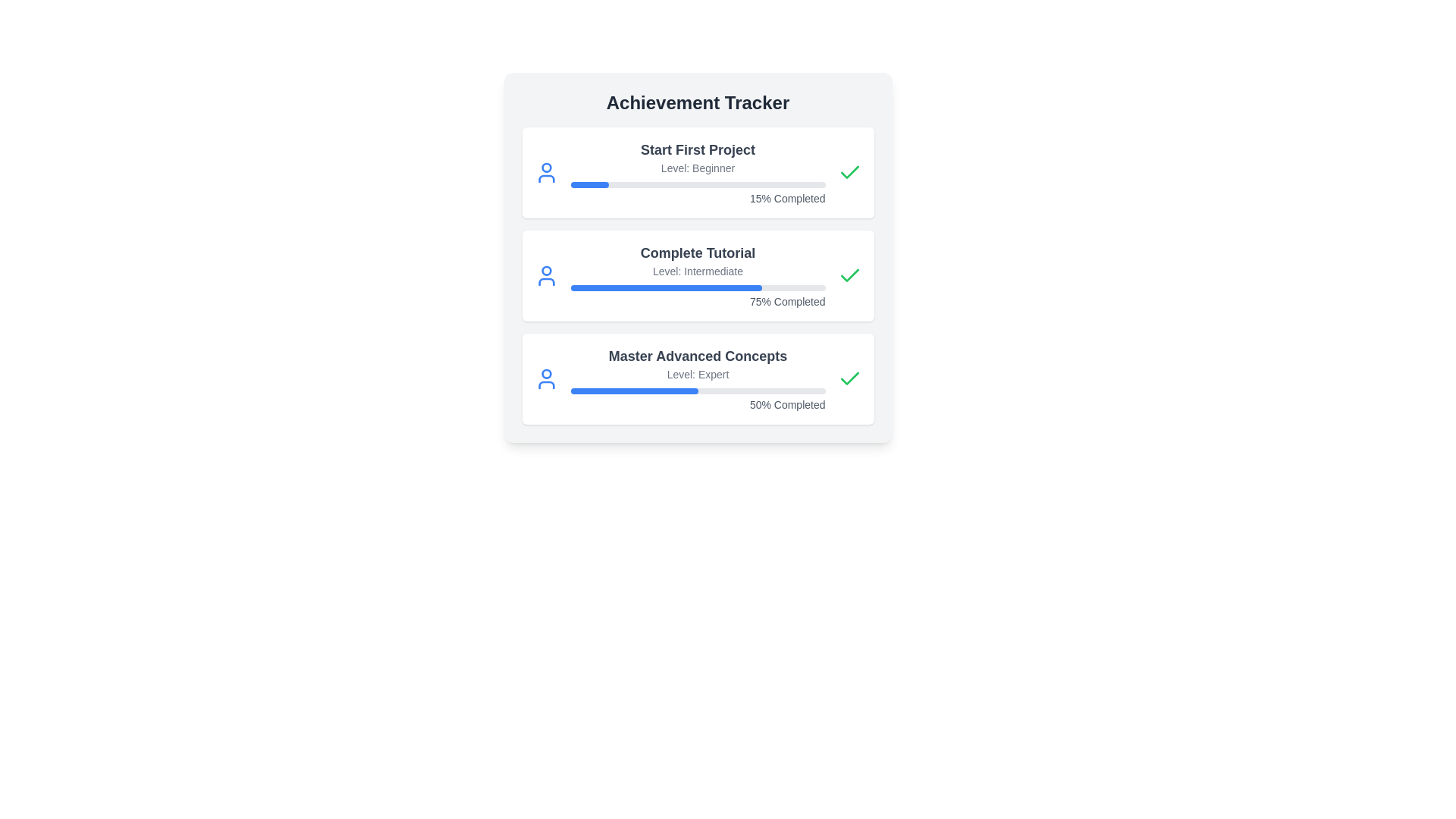 The height and width of the screenshot is (819, 1456). What do you see at coordinates (697, 356) in the screenshot?
I see `the text element that displays 'Master Advanced Concepts', which is located at the top section of the third task card in the 'Achievement Tracker' interface` at bounding box center [697, 356].